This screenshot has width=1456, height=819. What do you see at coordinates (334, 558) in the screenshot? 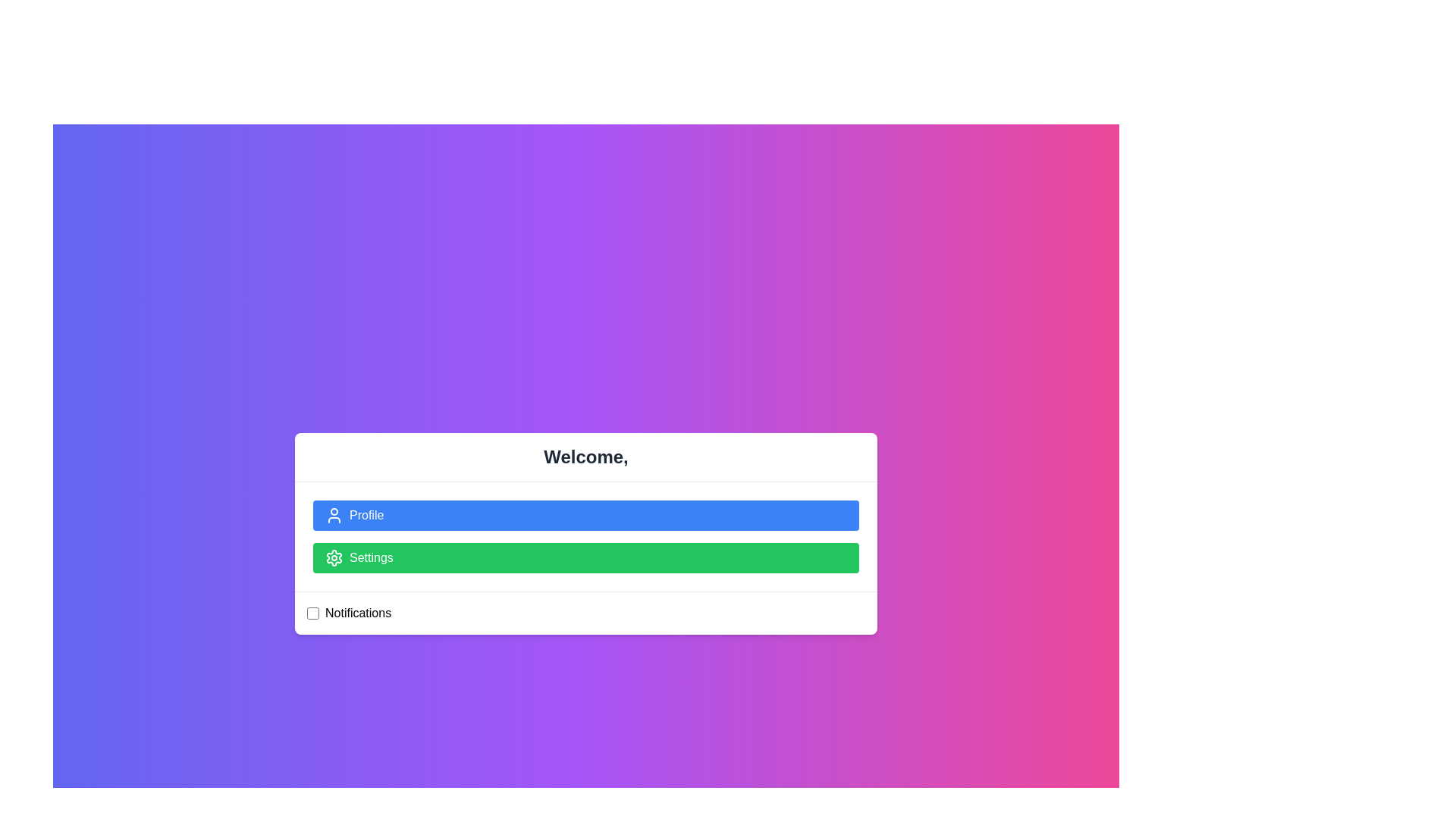
I see `the circular gear-like icon with a green background located to the left of the 'Settings' text within the green button` at bounding box center [334, 558].